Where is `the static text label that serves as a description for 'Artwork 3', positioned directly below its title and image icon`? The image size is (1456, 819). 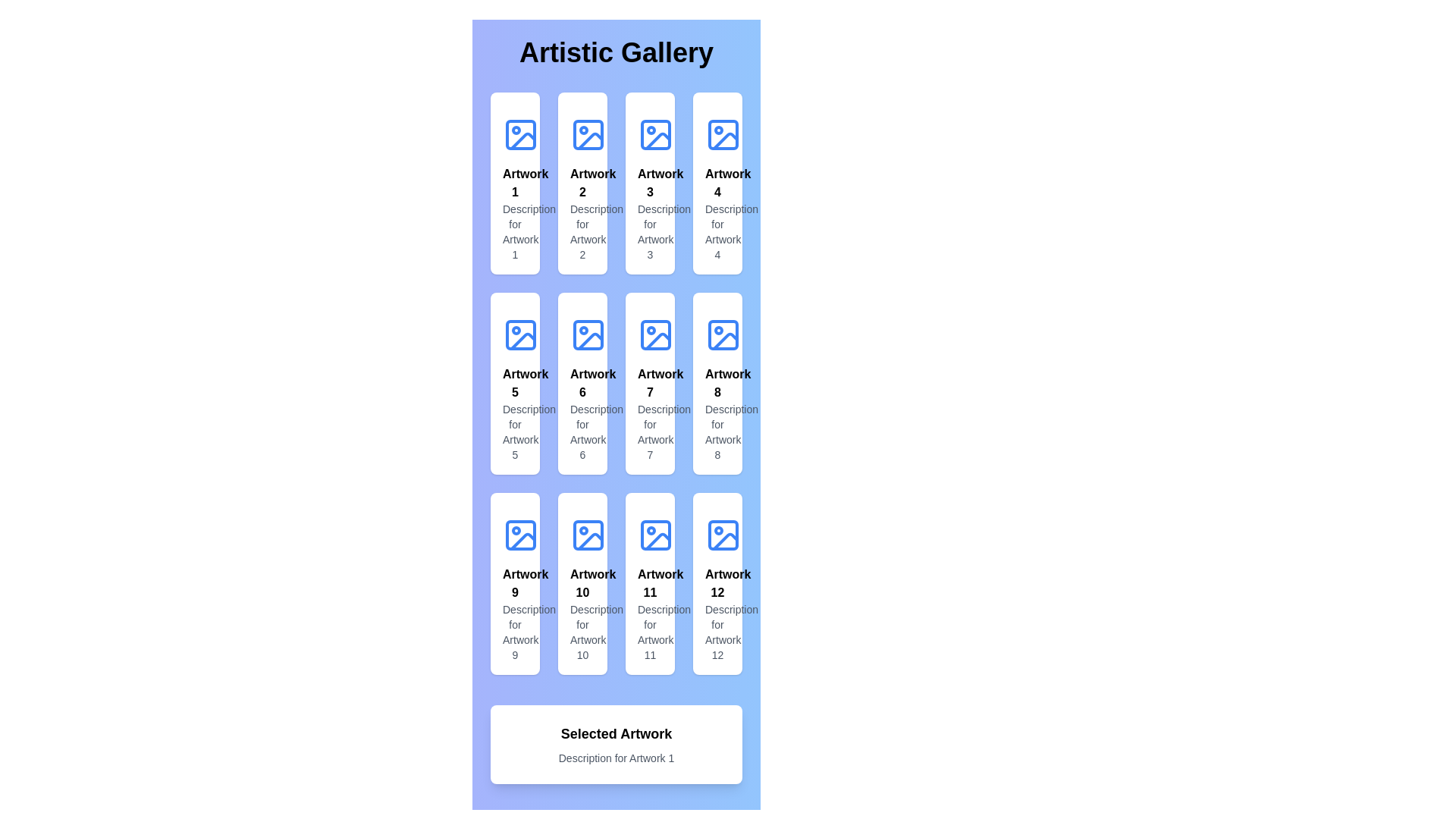 the static text label that serves as a description for 'Artwork 3', positioned directly below its title and image icon is located at coordinates (650, 231).